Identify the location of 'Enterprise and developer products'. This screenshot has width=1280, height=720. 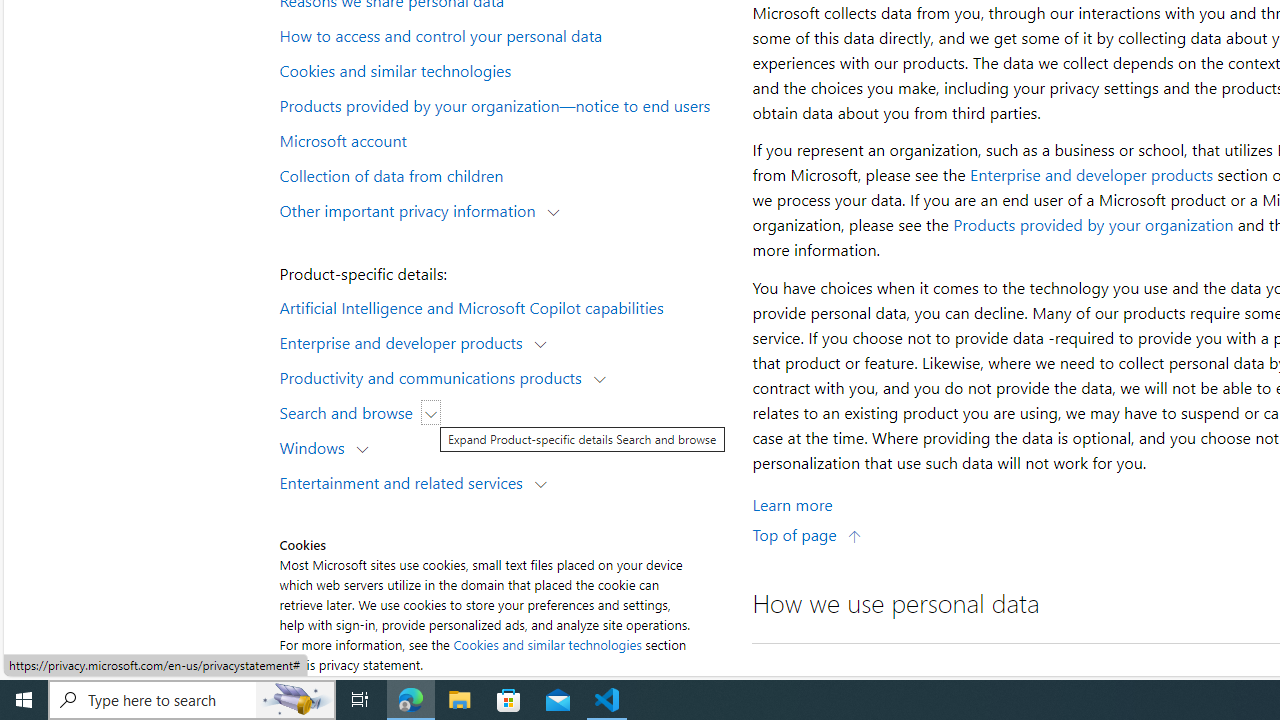
(1090, 173).